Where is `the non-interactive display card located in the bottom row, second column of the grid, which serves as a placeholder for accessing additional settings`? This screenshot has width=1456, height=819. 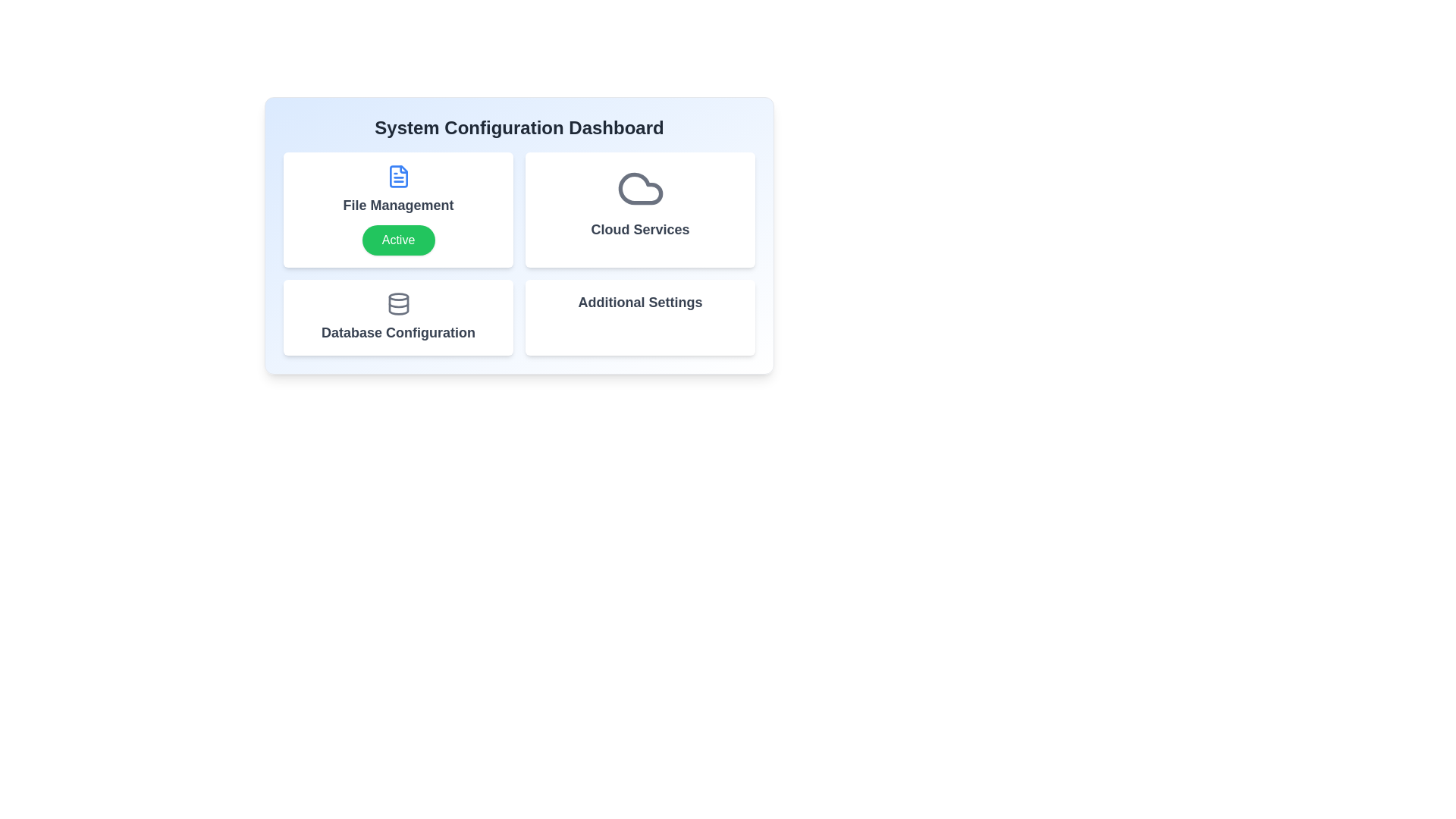
the non-interactive display card located in the bottom row, second column of the grid, which serves as a placeholder for accessing additional settings is located at coordinates (640, 317).